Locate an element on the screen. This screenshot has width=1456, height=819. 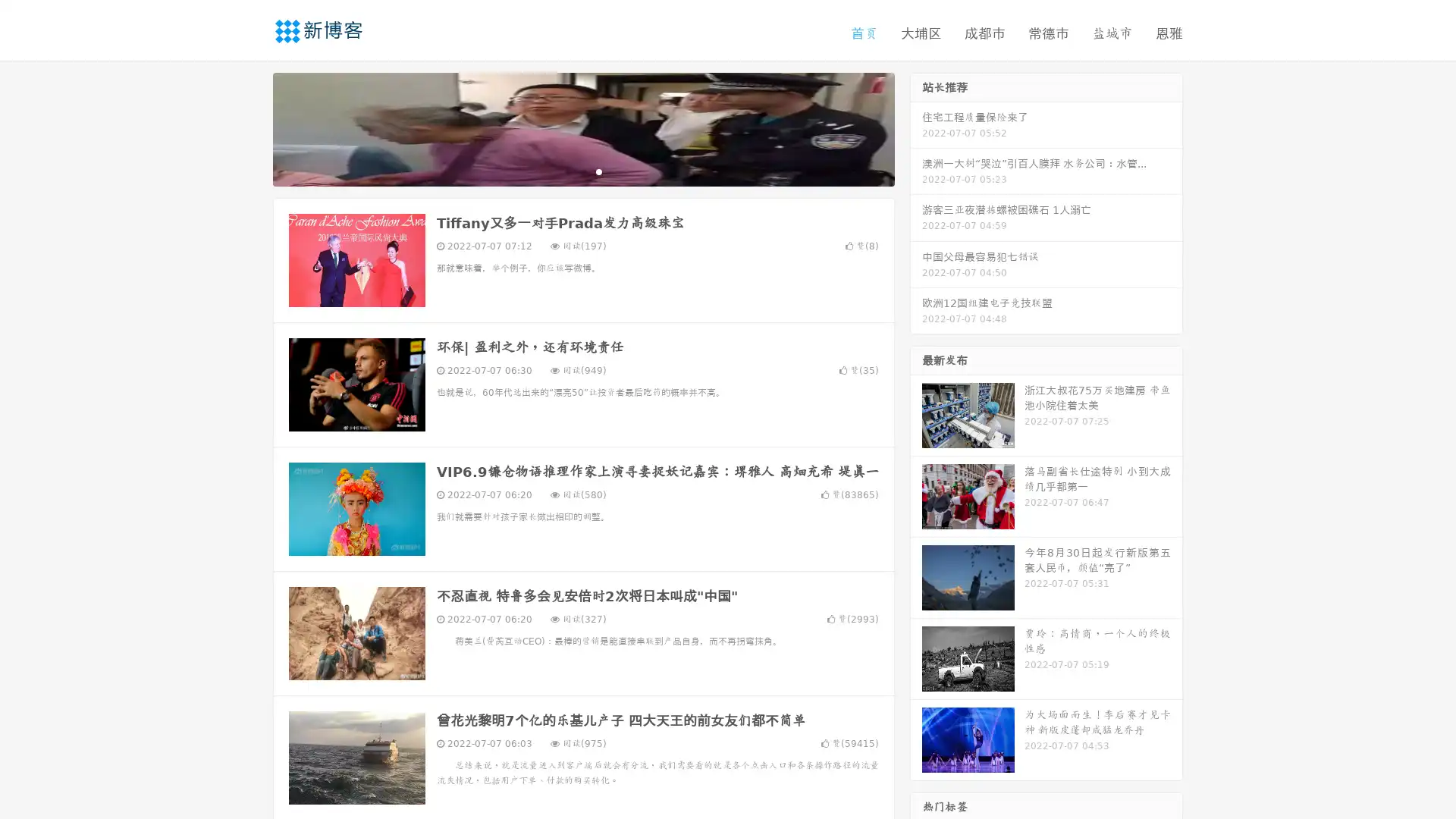
Go to slide 3 is located at coordinates (598, 171).